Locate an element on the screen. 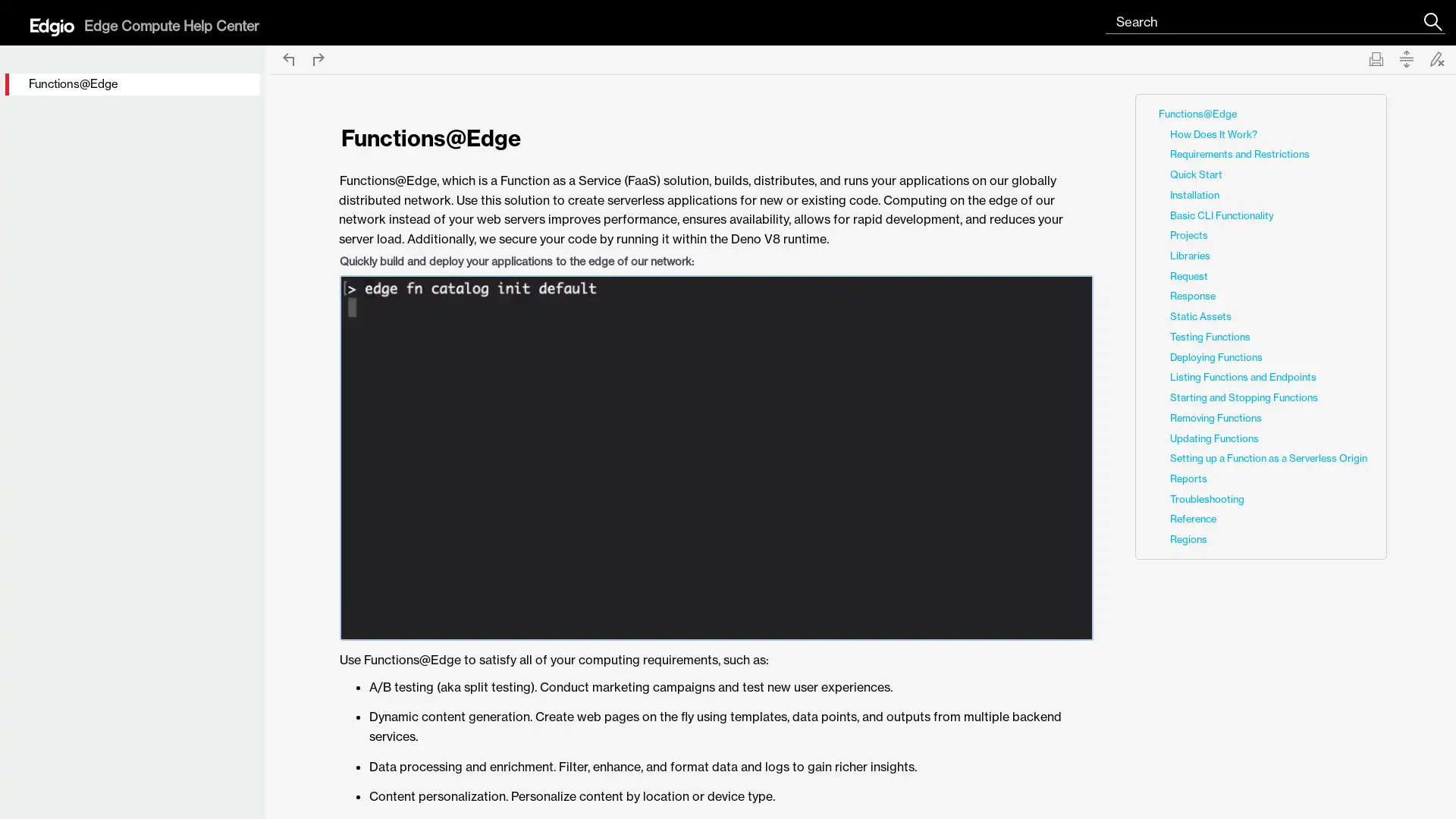  print is located at coordinates (1376, 58).